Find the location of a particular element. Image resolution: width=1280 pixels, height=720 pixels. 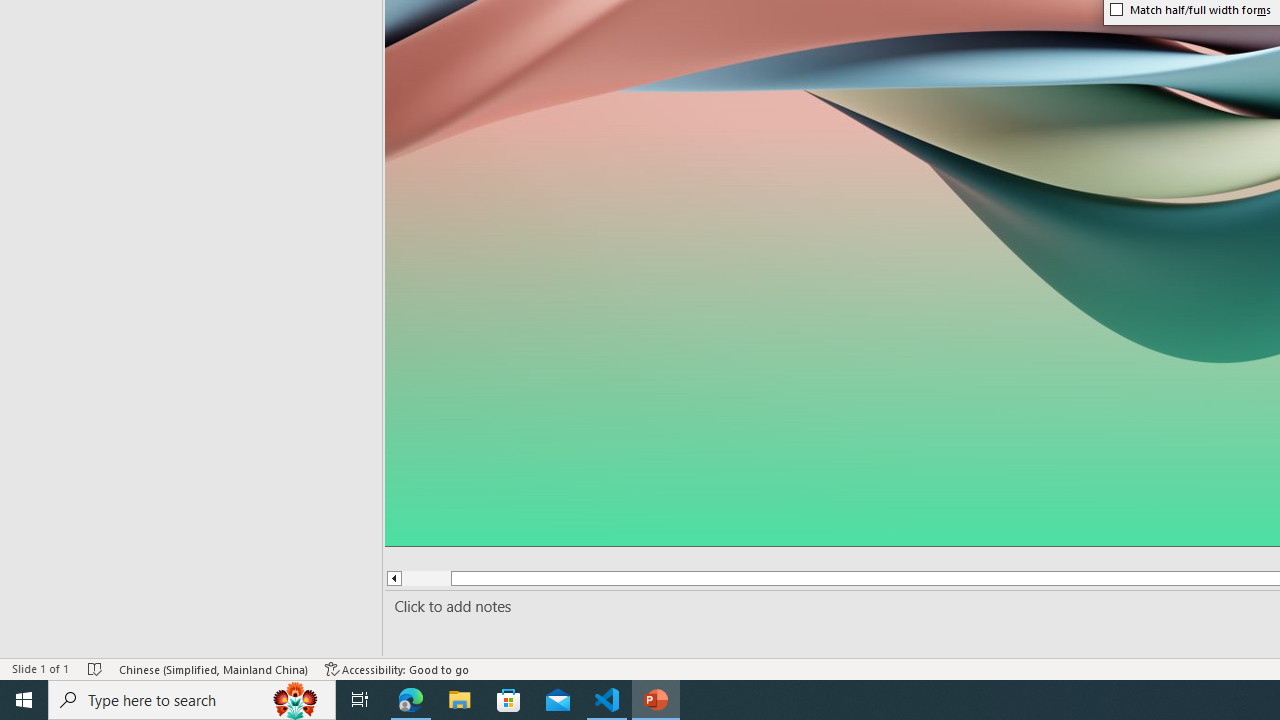

'Microsoft Store' is located at coordinates (509, 698).